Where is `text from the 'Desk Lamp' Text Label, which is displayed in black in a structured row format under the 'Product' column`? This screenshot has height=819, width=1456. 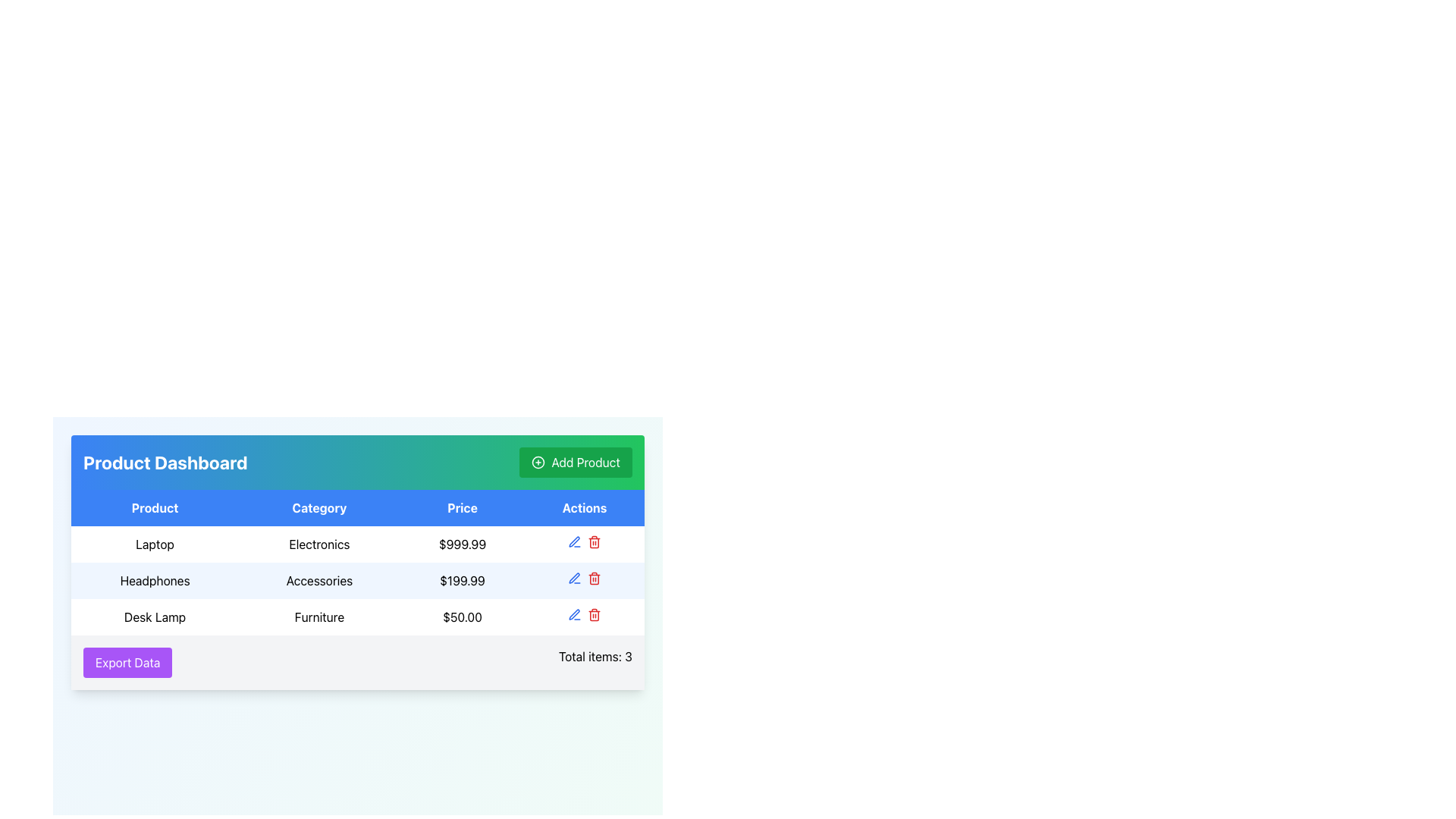
text from the 'Desk Lamp' Text Label, which is displayed in black in a structured row format under the 'Product' column is located at coordinates (155, 617).